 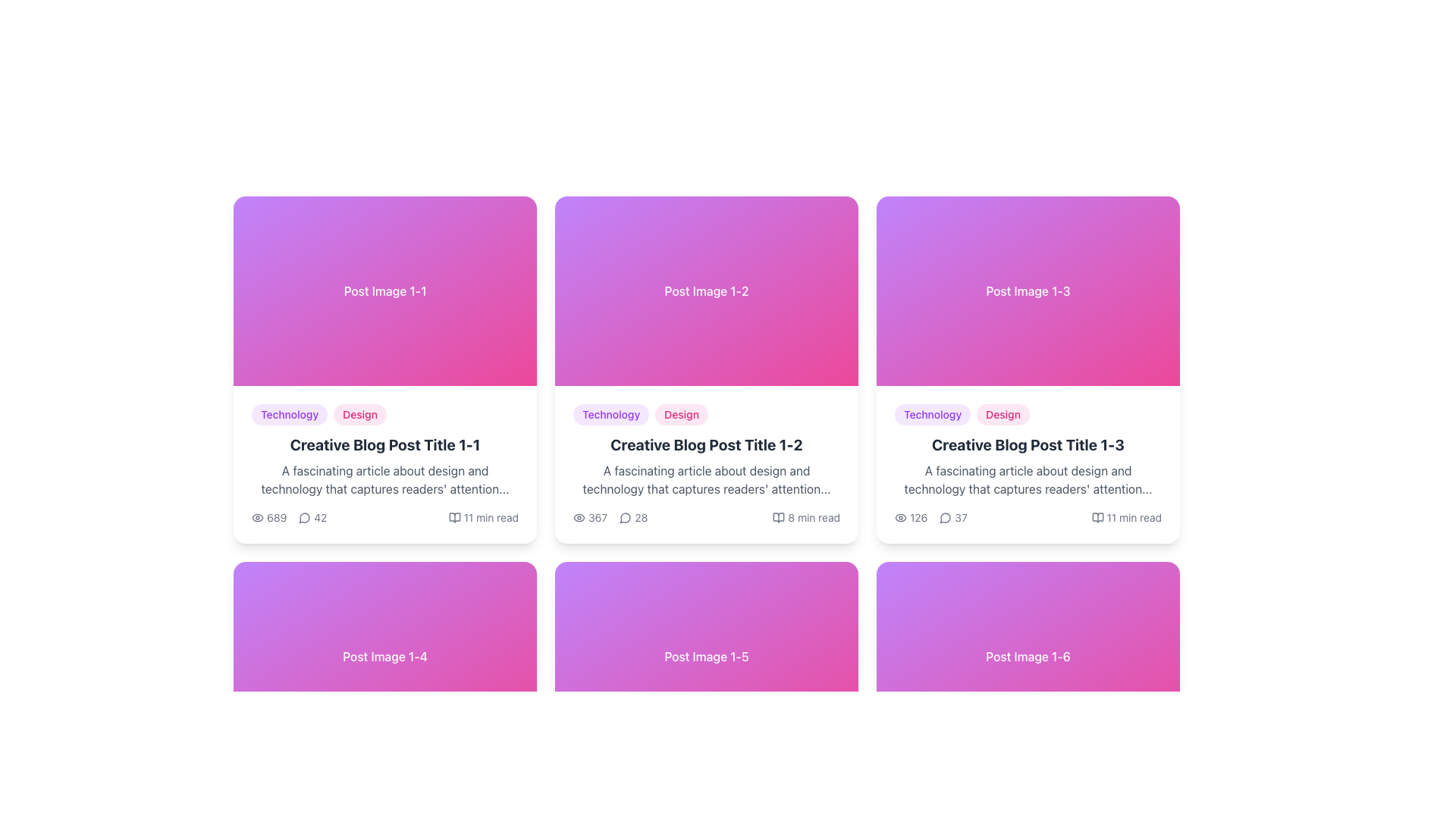 What do you see at coordinates (610, 516) in the screenshot?
I see `the composite UI component displaying interaction statistics, which includes an eye icon and a speech bubble icon with counts '367' and '28', located in the metadata section of the second blog post card` at bounding box center [610, 516].